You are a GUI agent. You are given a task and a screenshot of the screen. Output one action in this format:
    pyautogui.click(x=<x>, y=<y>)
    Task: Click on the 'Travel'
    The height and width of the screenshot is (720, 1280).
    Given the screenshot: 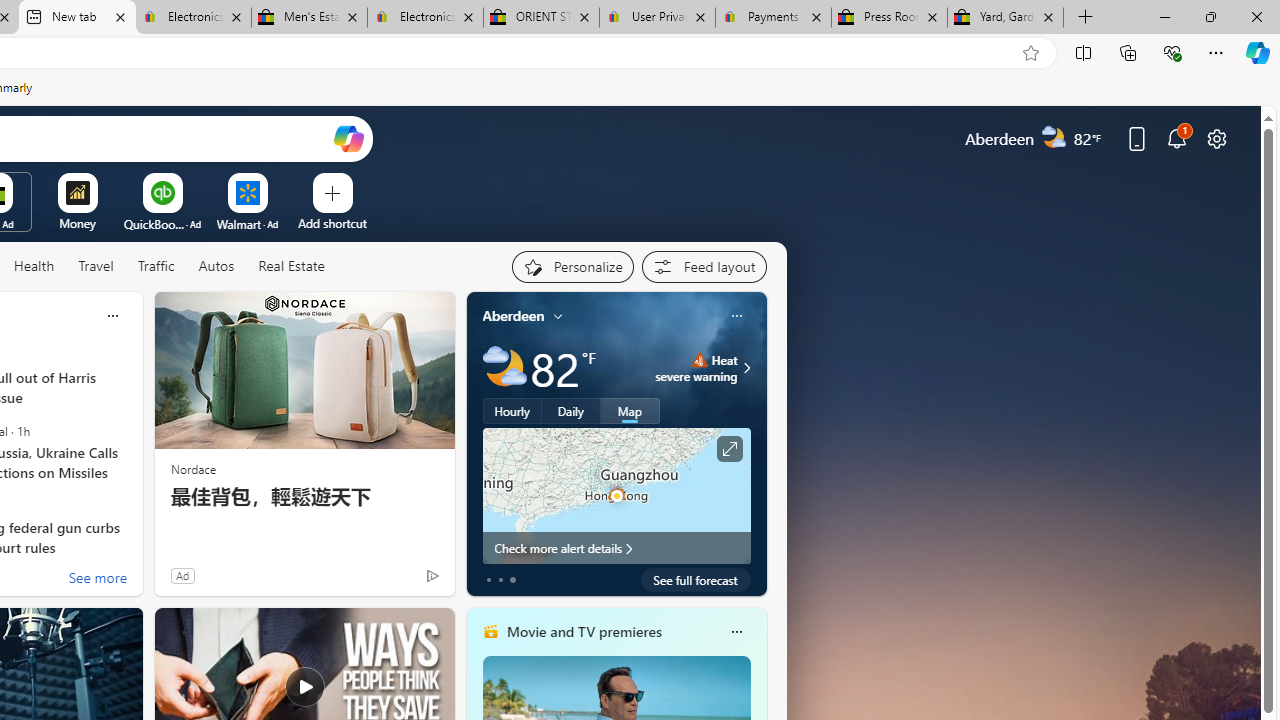 What is the action you would take?
    pyautogui.click(x=95, y=265)
    